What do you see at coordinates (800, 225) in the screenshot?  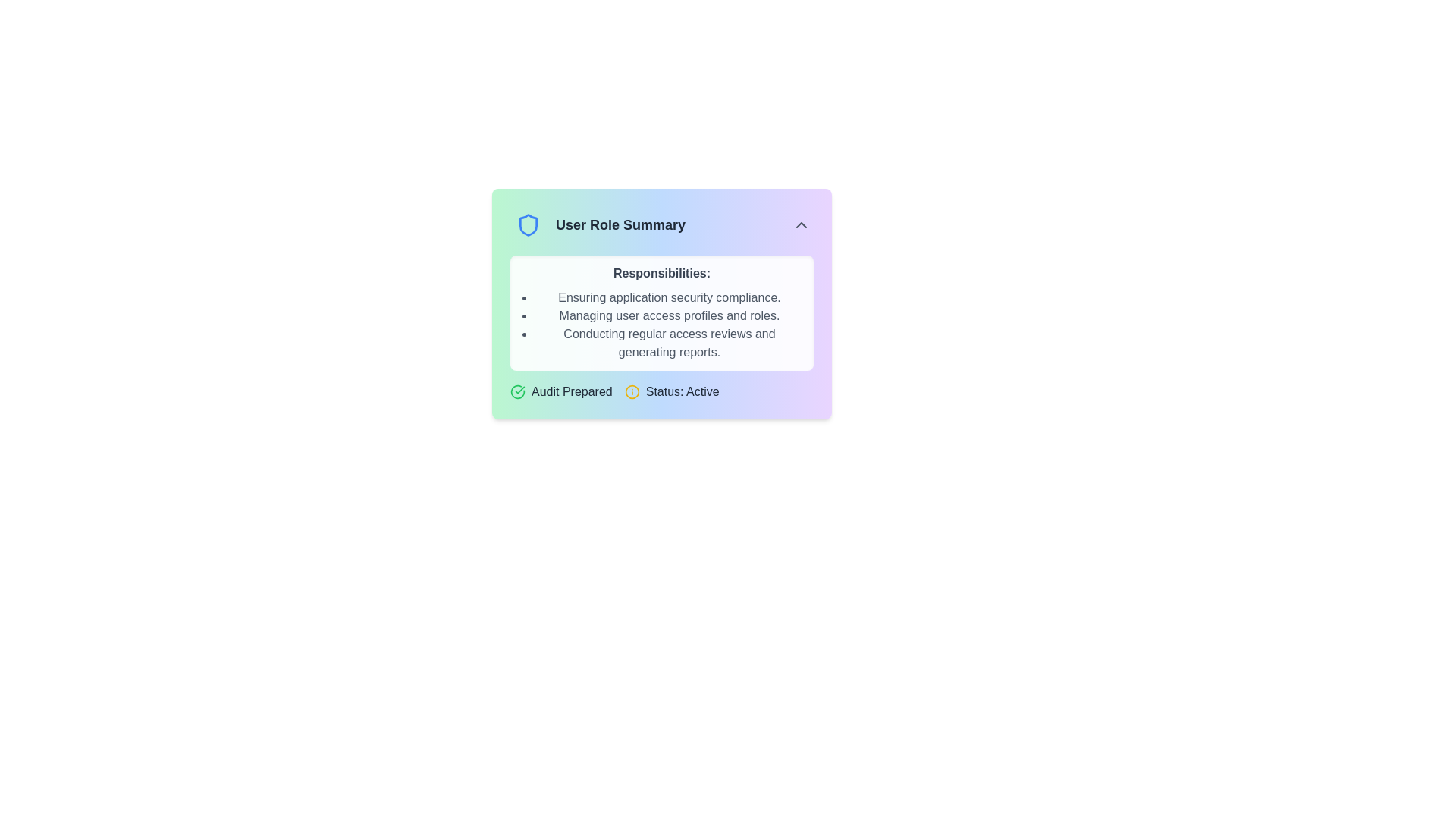 I see `the upward-pointing chevron icon in the top-right corner of the 'User Role Summary' card to interact with it` at bounding box center [800, 225].